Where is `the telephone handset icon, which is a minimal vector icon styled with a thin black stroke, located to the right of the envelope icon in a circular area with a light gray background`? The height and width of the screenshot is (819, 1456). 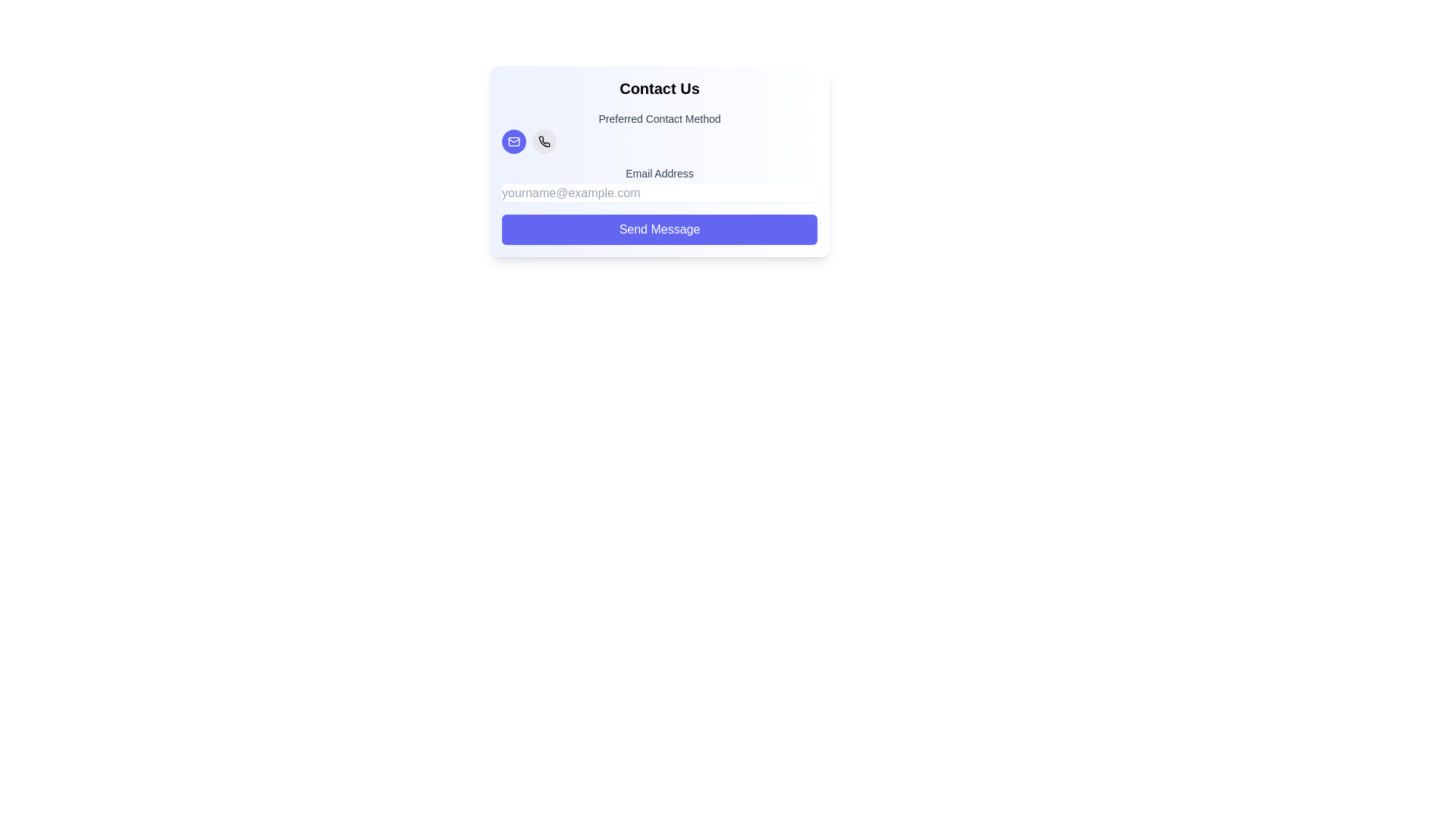 the telephone handset icon, which is a minimal vector icon styled with a thin black stroke, located to the right of the envelope icon in a circular area with a light gray background is located at coordinates (544, 141).